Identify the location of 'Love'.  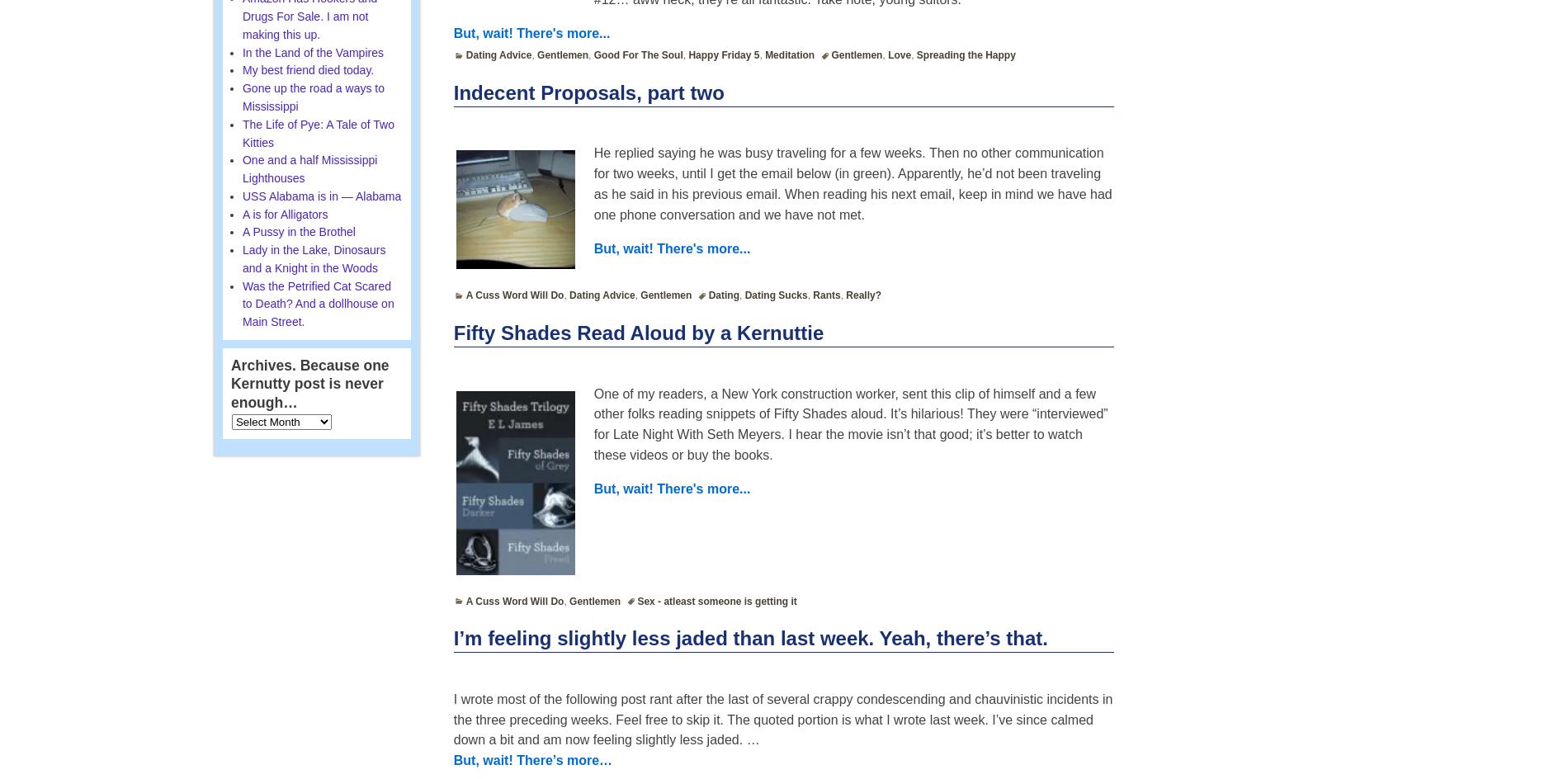
(887, 54).